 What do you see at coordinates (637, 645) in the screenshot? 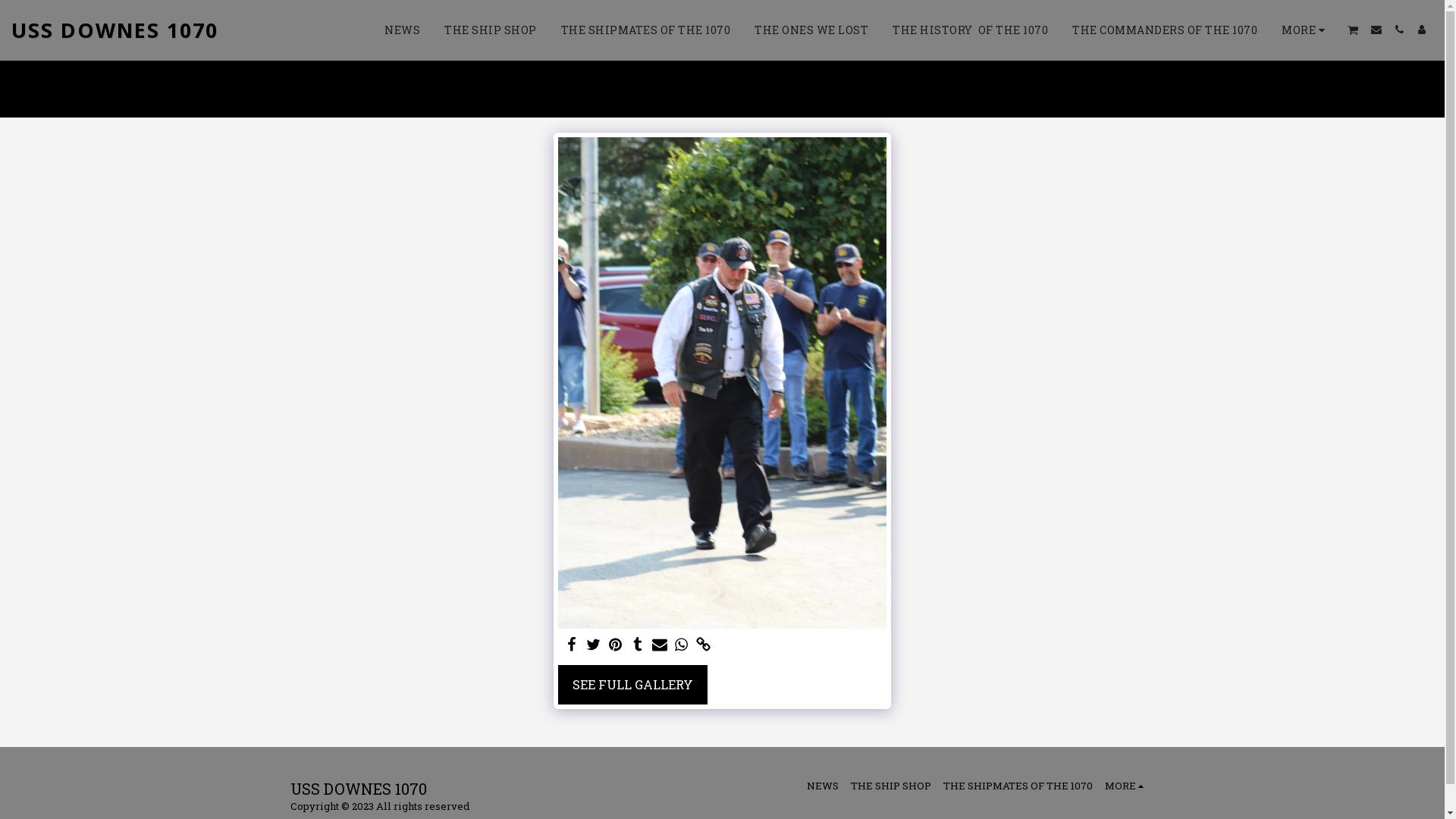
I see `'tumblr'` at bounding box center [637, 645].